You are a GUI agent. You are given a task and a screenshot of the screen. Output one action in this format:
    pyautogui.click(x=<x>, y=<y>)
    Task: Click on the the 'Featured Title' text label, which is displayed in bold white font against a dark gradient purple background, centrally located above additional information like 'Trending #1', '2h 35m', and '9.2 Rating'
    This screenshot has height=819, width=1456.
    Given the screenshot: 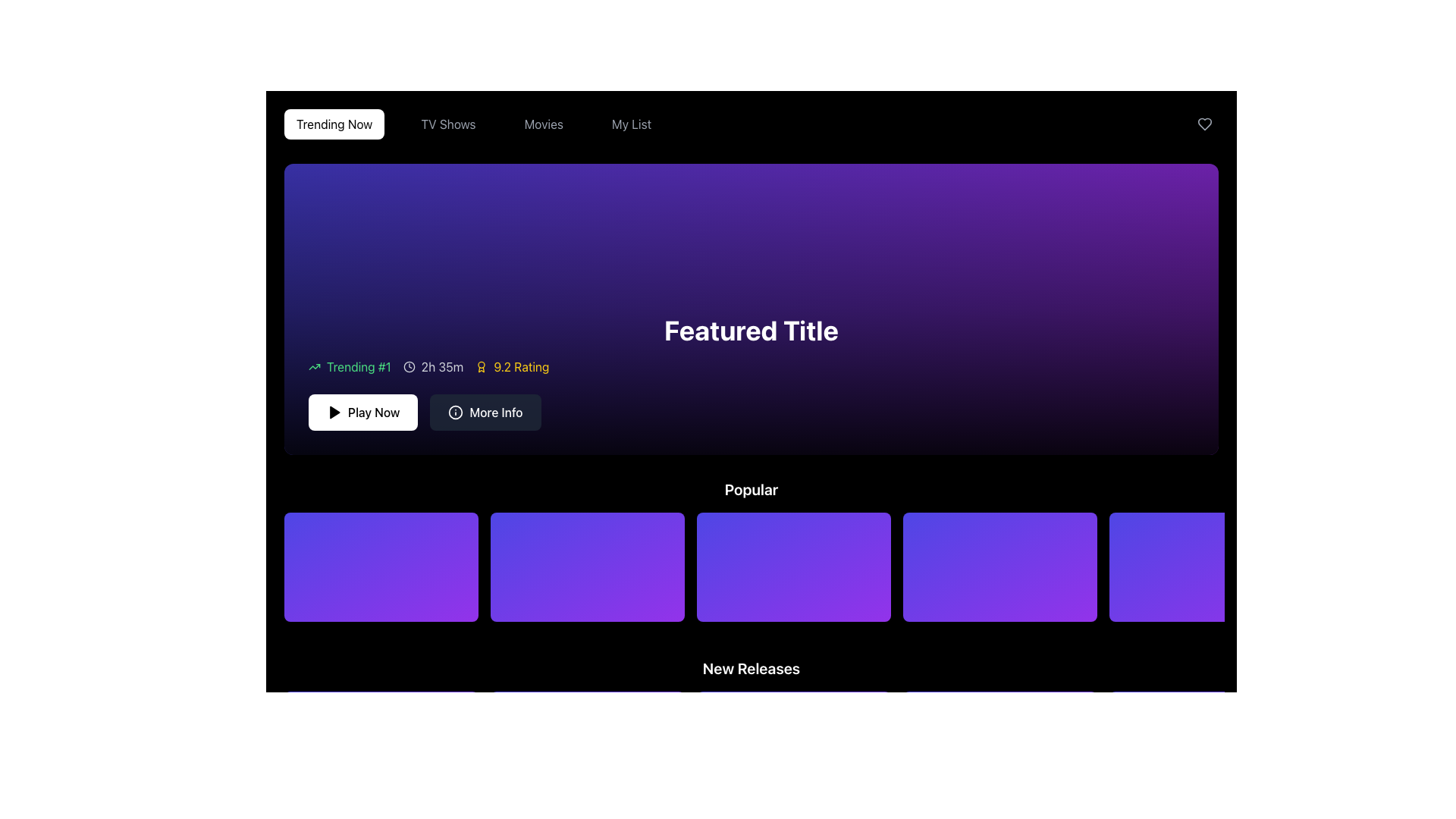 What is the action you would take?
    pyautogui.click(x=751, y=329)
    